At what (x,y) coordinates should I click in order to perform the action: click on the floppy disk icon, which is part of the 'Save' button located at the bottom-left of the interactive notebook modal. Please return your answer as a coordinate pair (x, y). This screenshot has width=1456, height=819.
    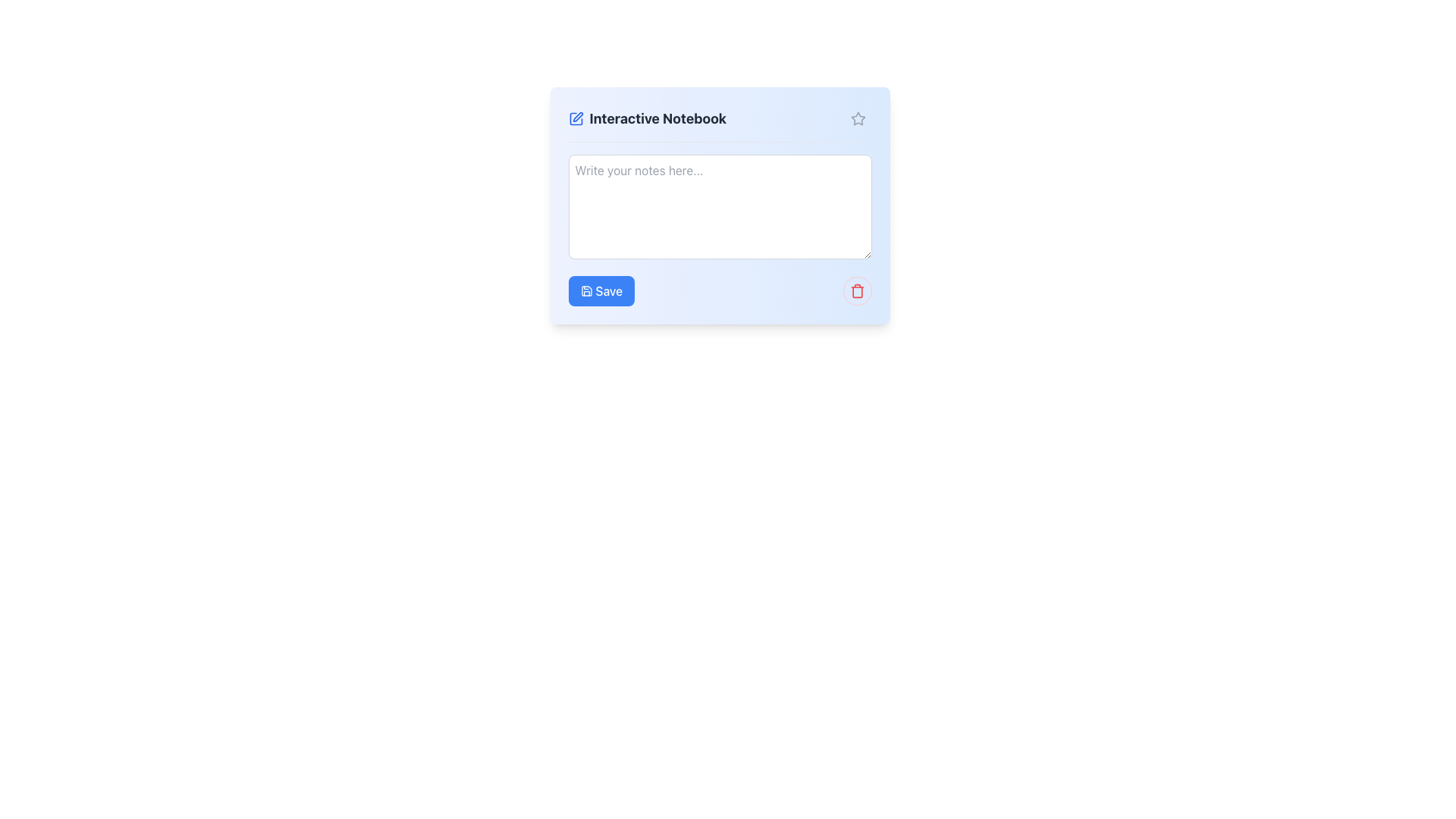
    Looking at the image, I should click on (585, 291).